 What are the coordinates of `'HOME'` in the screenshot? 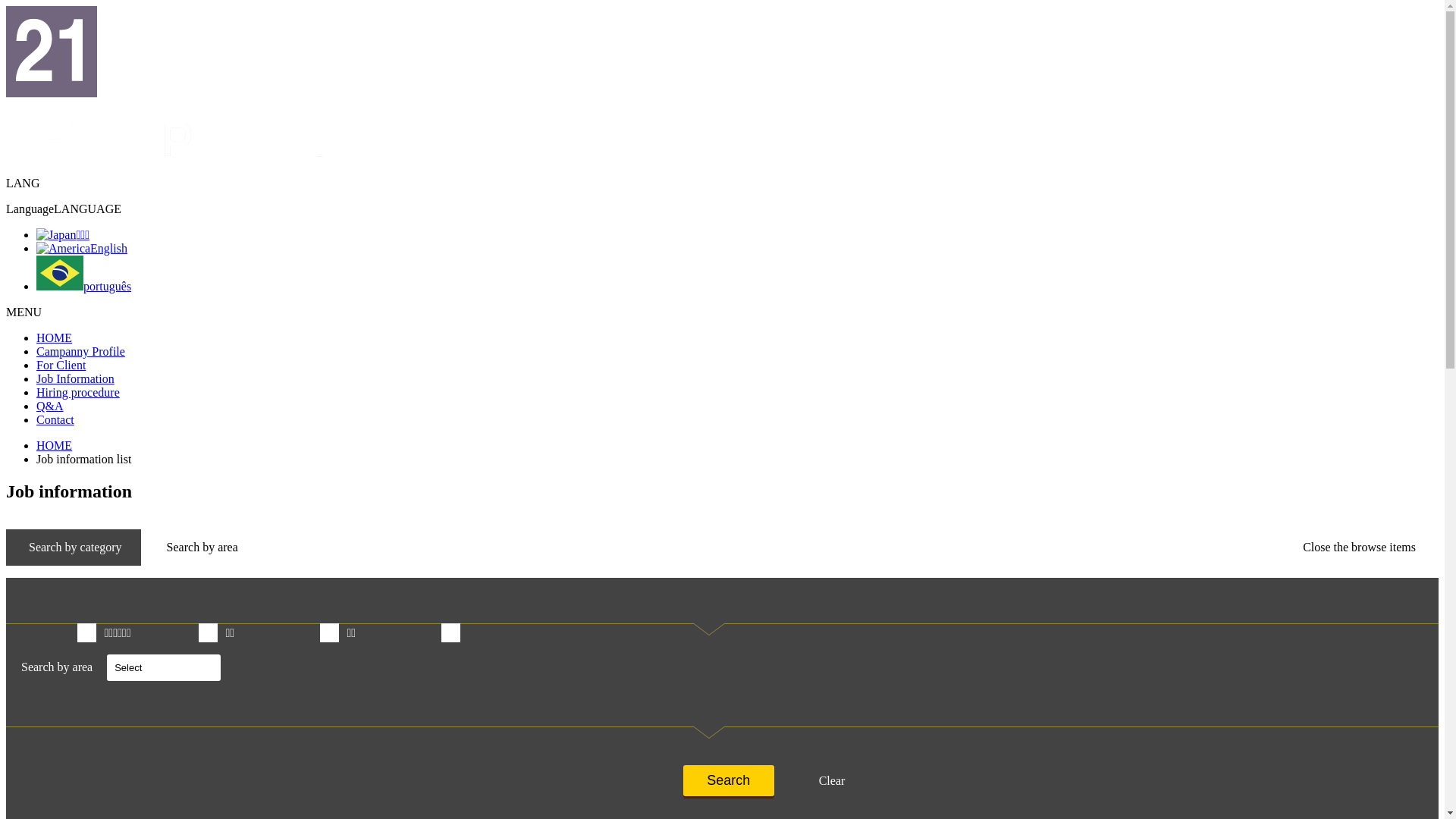 It's located at (36, 337).